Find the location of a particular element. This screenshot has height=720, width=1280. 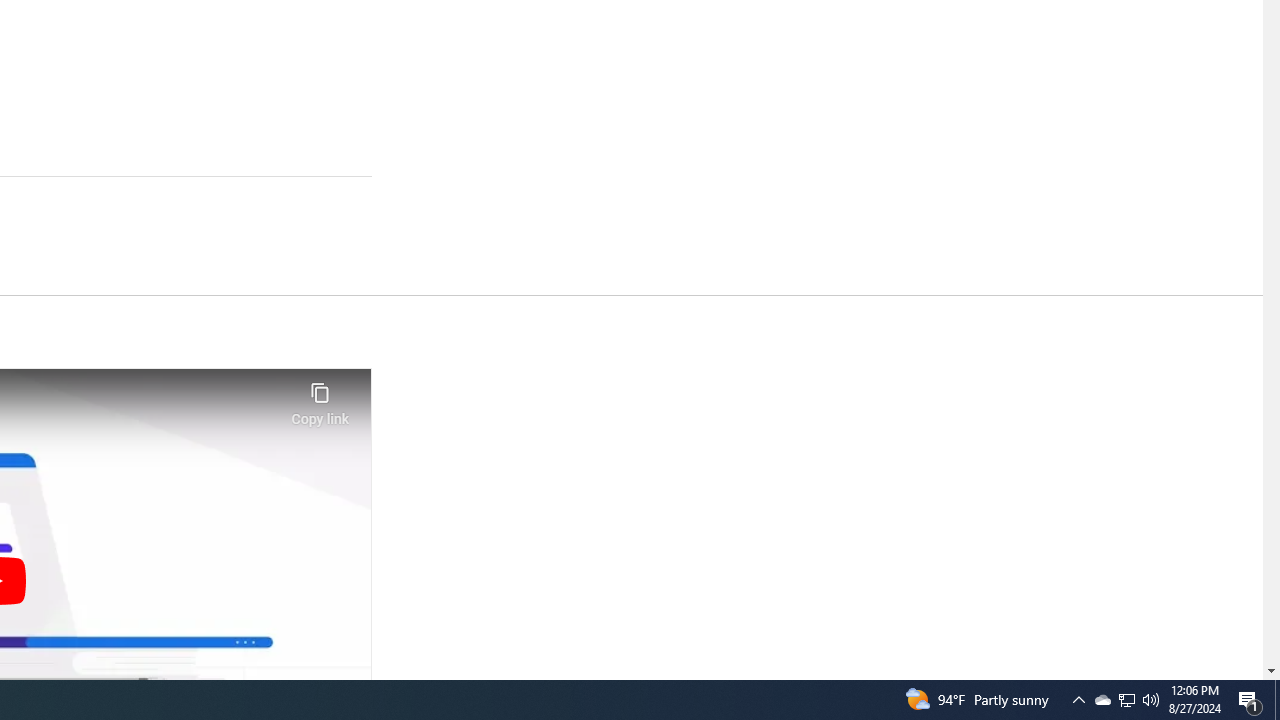

'Copy link' is located at coordinates (320, 398).